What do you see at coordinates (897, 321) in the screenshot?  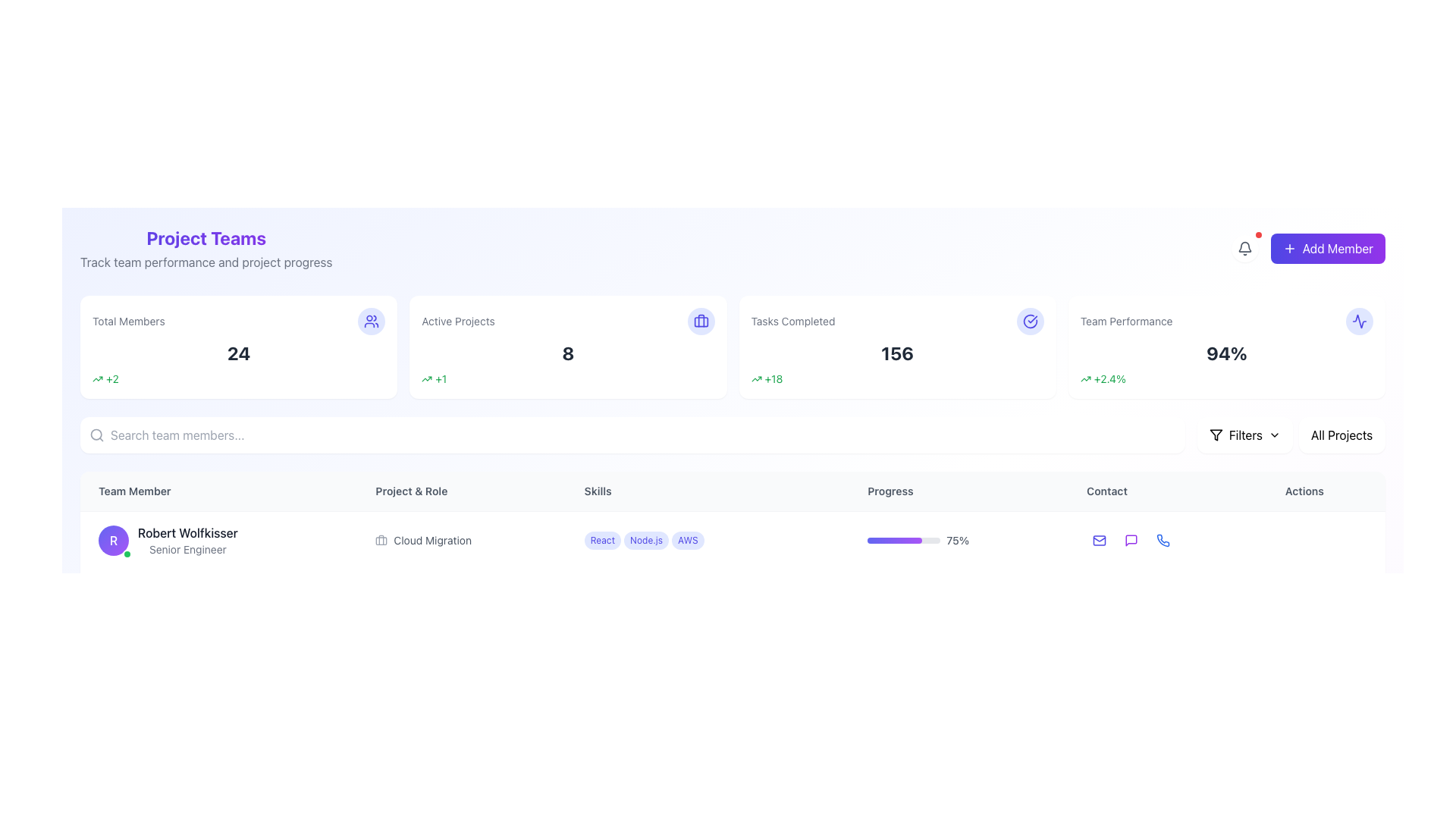 I see `informational display icon located in the second card of the horizontally stacked cards, positioned near the top center of the interface` at bounding box center [897, 321].